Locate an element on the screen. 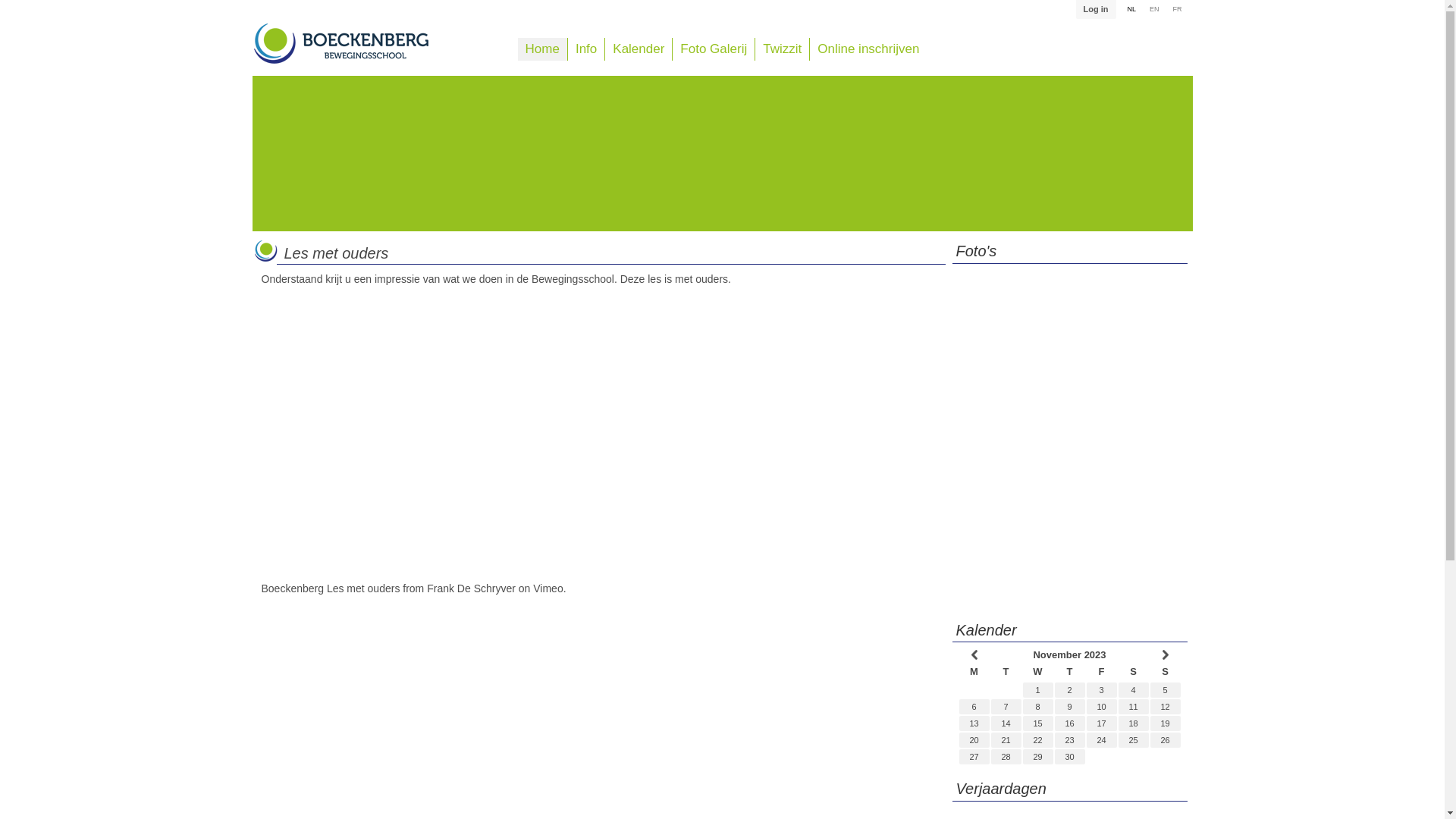 This screenshot has height=819, width=1456. 'EN' is located at coordinates (1144, 9).